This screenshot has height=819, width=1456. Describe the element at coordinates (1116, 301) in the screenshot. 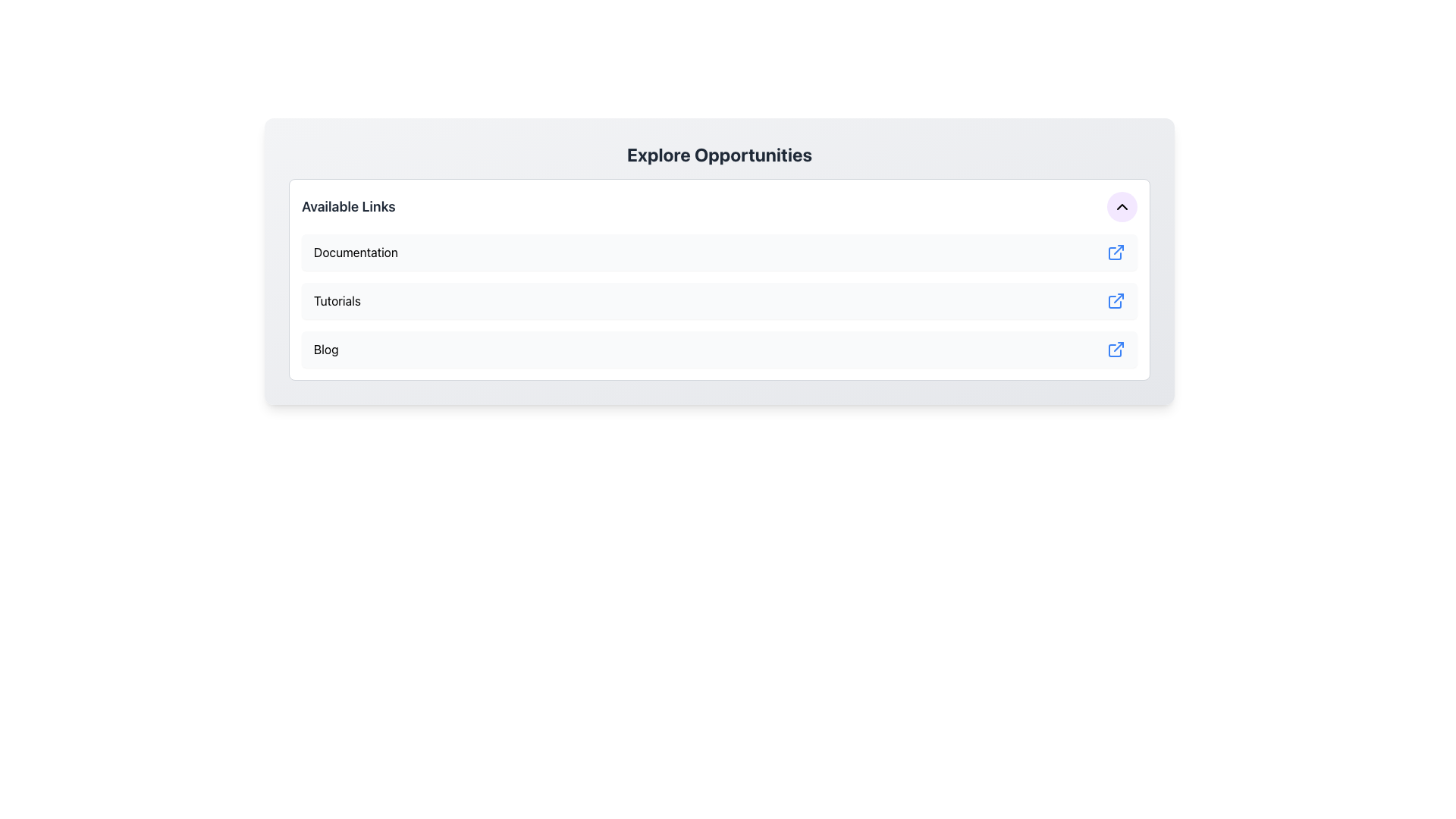

I see `the blue external link icon located at the right end of the 'Tutorials' menu option in the third row of 'Available Links' to follow the external link` at that location.